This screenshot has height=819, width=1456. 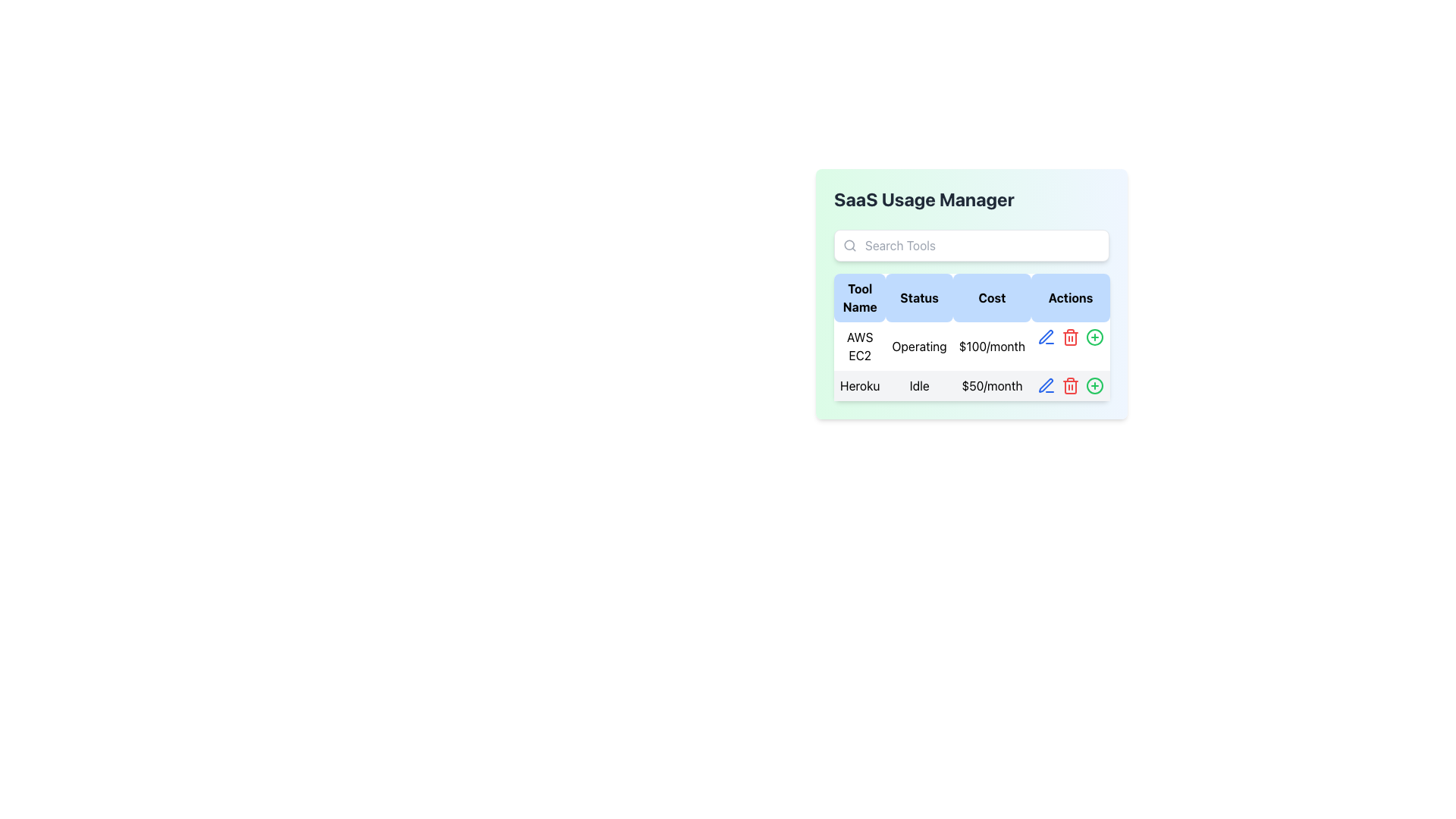 What do you see at coordinates (1069, 336) in the screenshot?
I see `the red trash icon in the Actions column of the first row in the table` at bounding box center [1069, 336].